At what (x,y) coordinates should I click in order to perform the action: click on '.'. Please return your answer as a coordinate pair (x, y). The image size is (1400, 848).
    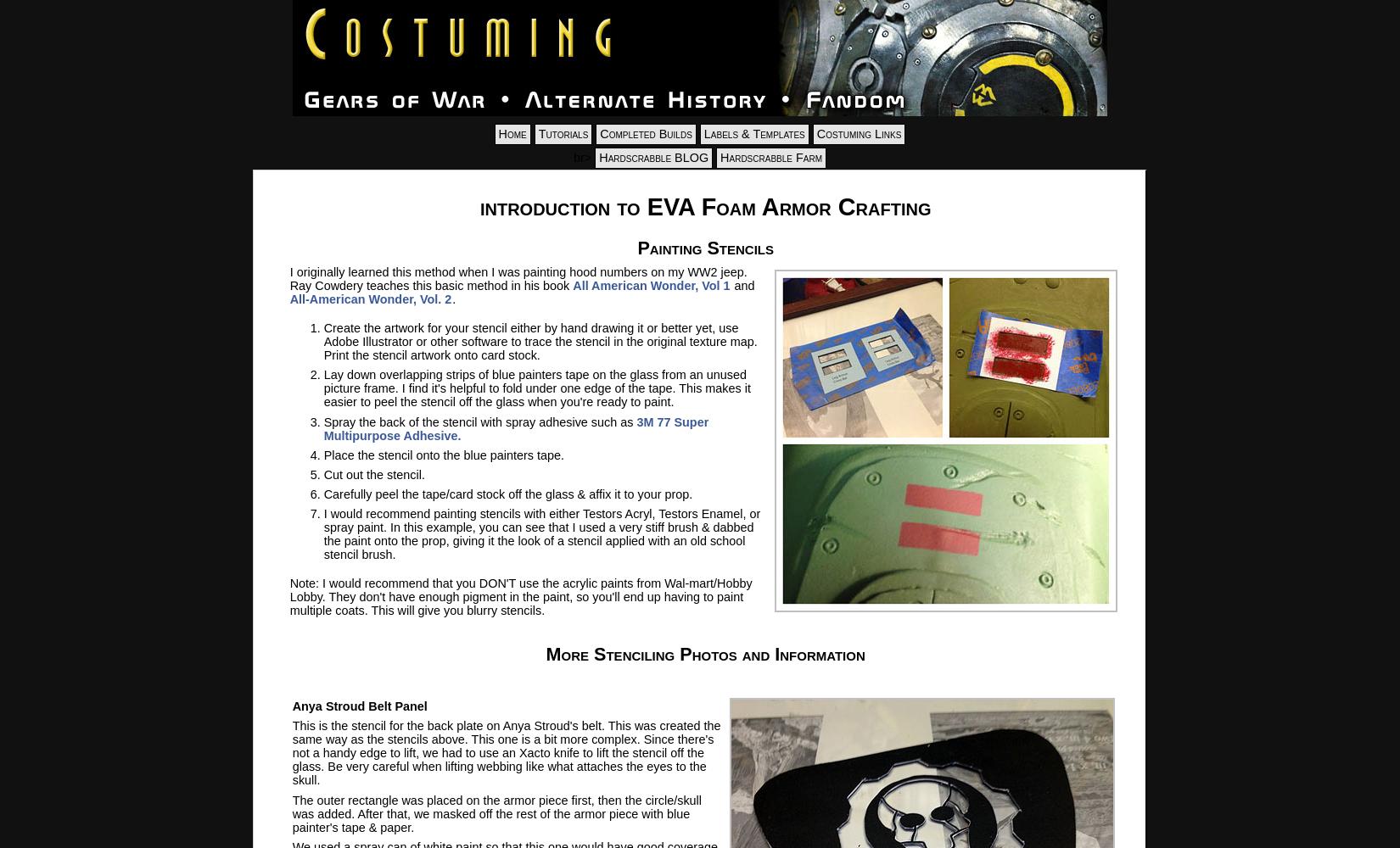
    Looking at the image, I should click on (452, 298).